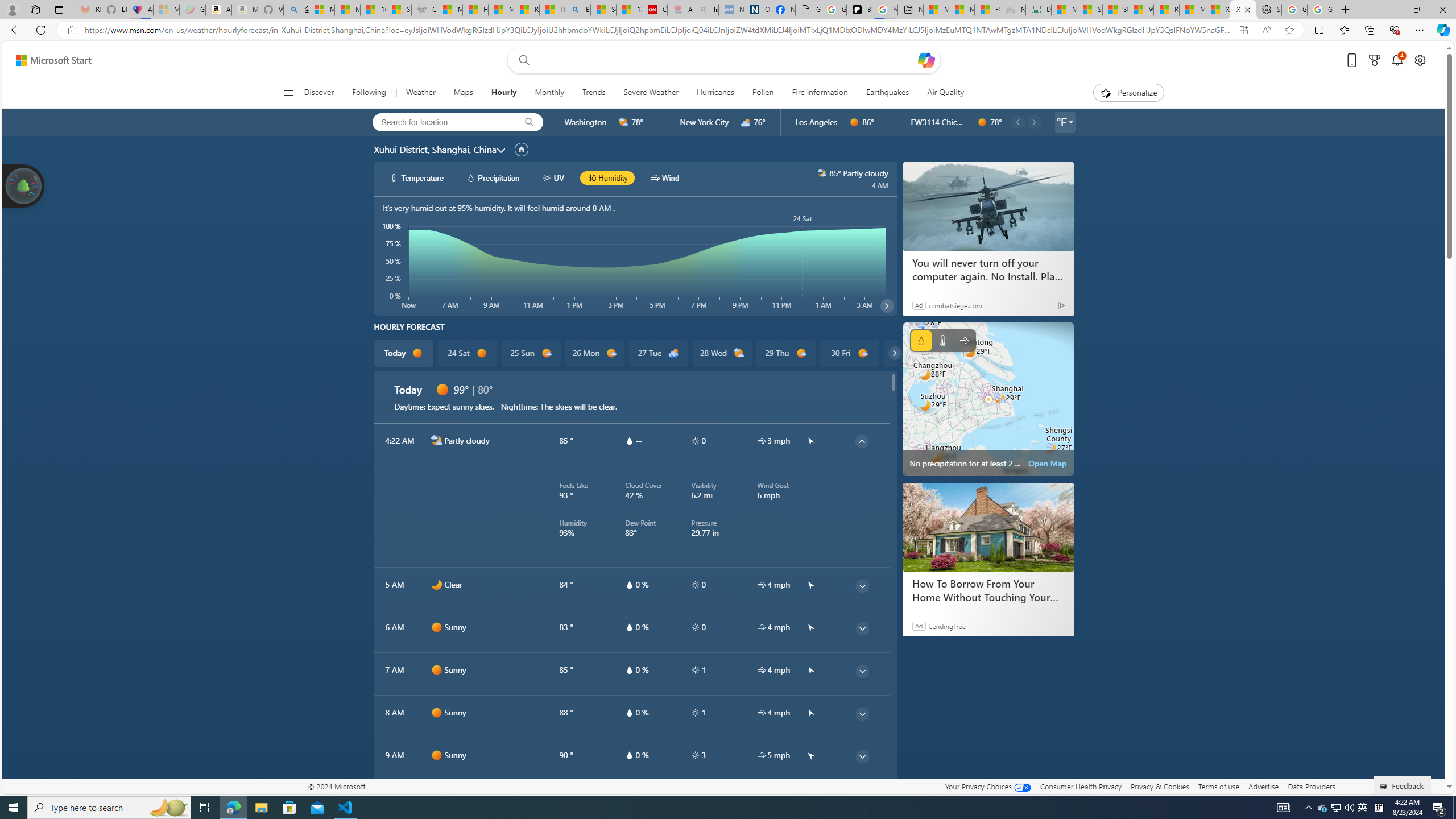 The image size is (1456, 819). What do you see at coordinates (988, 399) in the screenshot?
I see `'Class: miniMapRadarSVGView-DS-EntryPoint1-1'` at bounding box center [988, 399].